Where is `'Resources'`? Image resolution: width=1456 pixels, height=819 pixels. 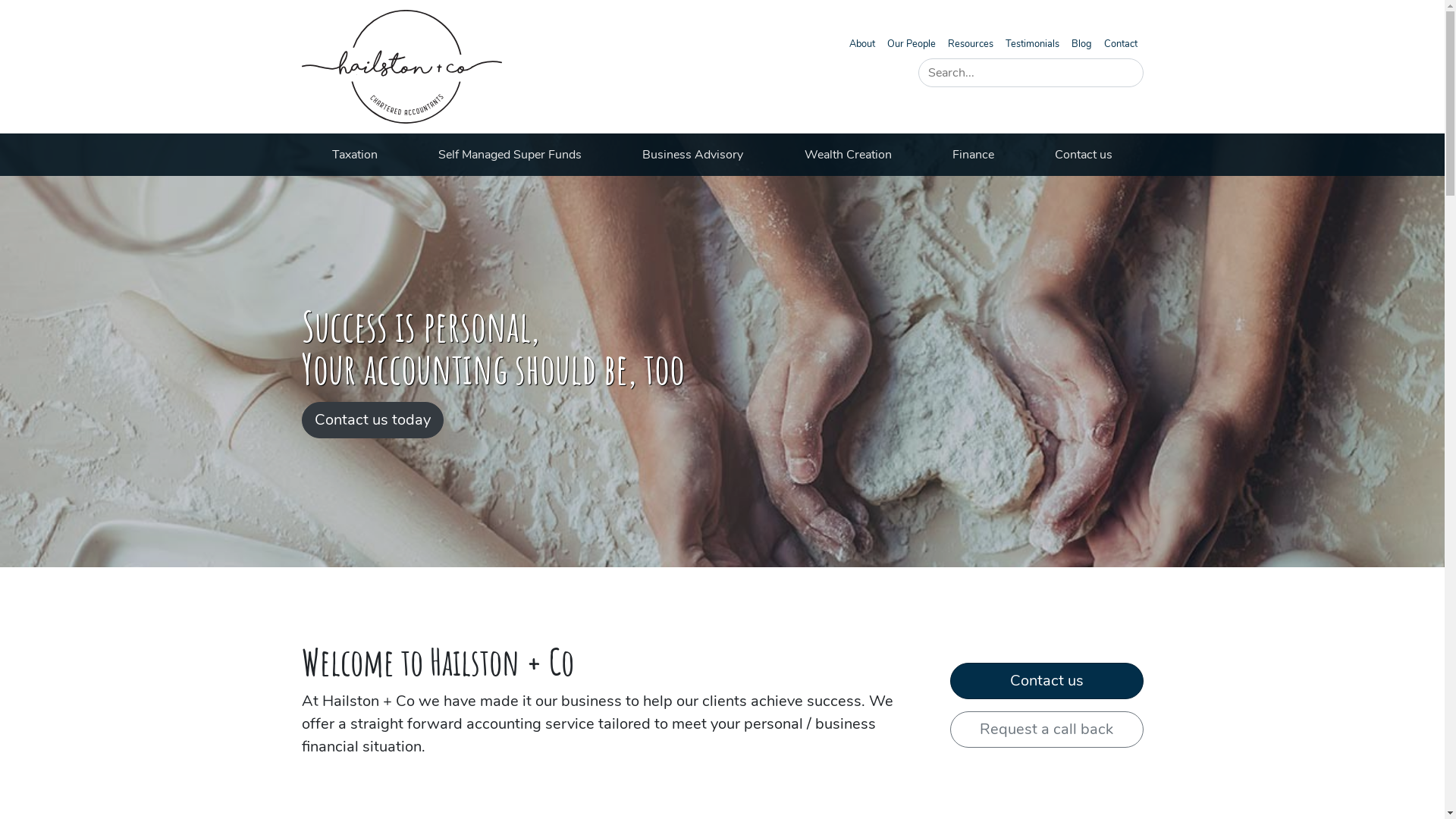 'Resources' is located at coordinates (971, 42).